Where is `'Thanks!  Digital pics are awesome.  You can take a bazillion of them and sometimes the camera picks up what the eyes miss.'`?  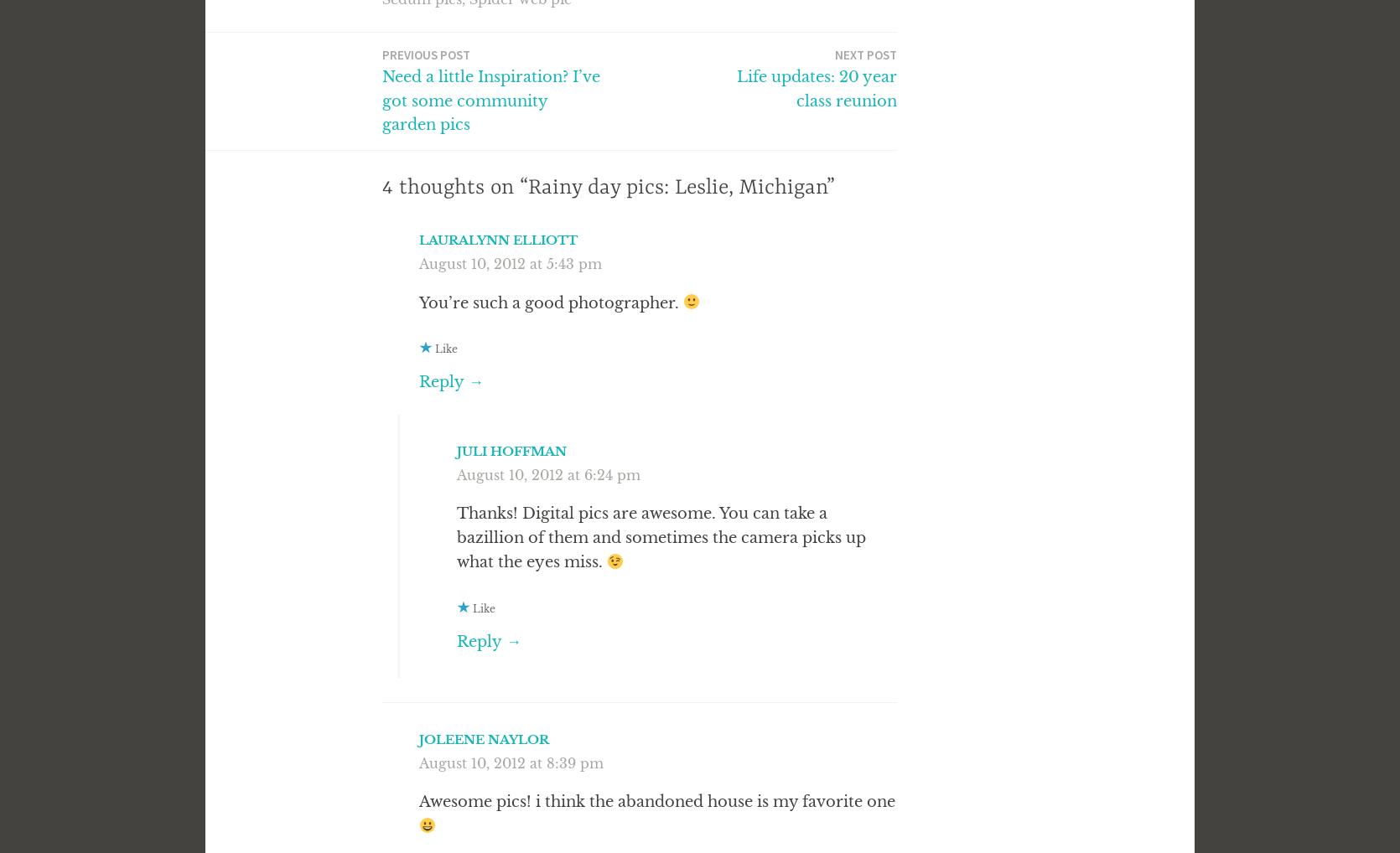
'Thanks!  Digital pics are awesome.  You can take a bazillion of them and sometimes the camera picks up what the eyes miss.' is located at coordinates (661, 536).